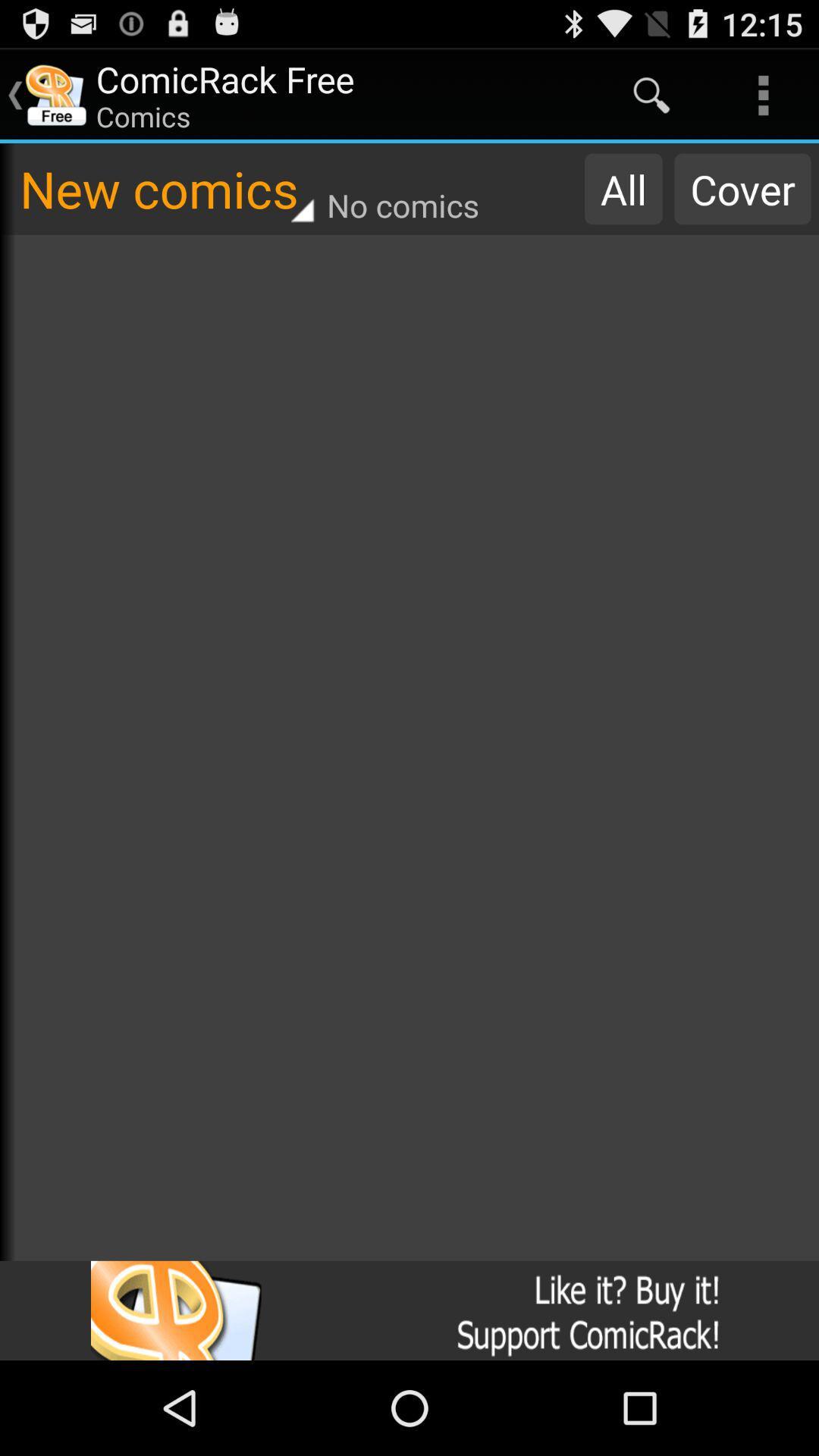 The width and height of the screenshot is (819, 1456). I want to click on item next to the all item, so click(742, 188).